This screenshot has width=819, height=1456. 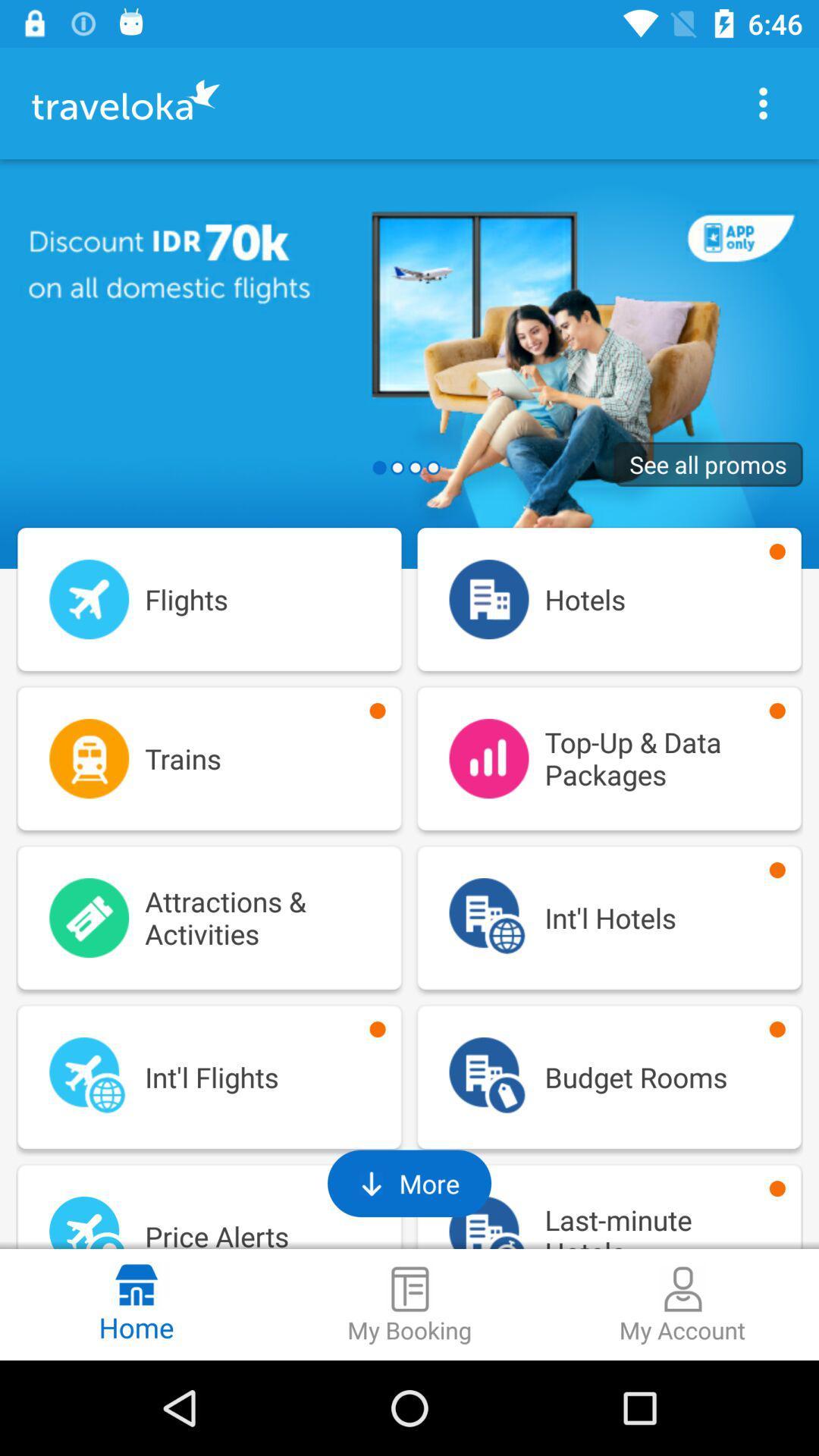 I want to click on page menu, so click(x=763, y=102).